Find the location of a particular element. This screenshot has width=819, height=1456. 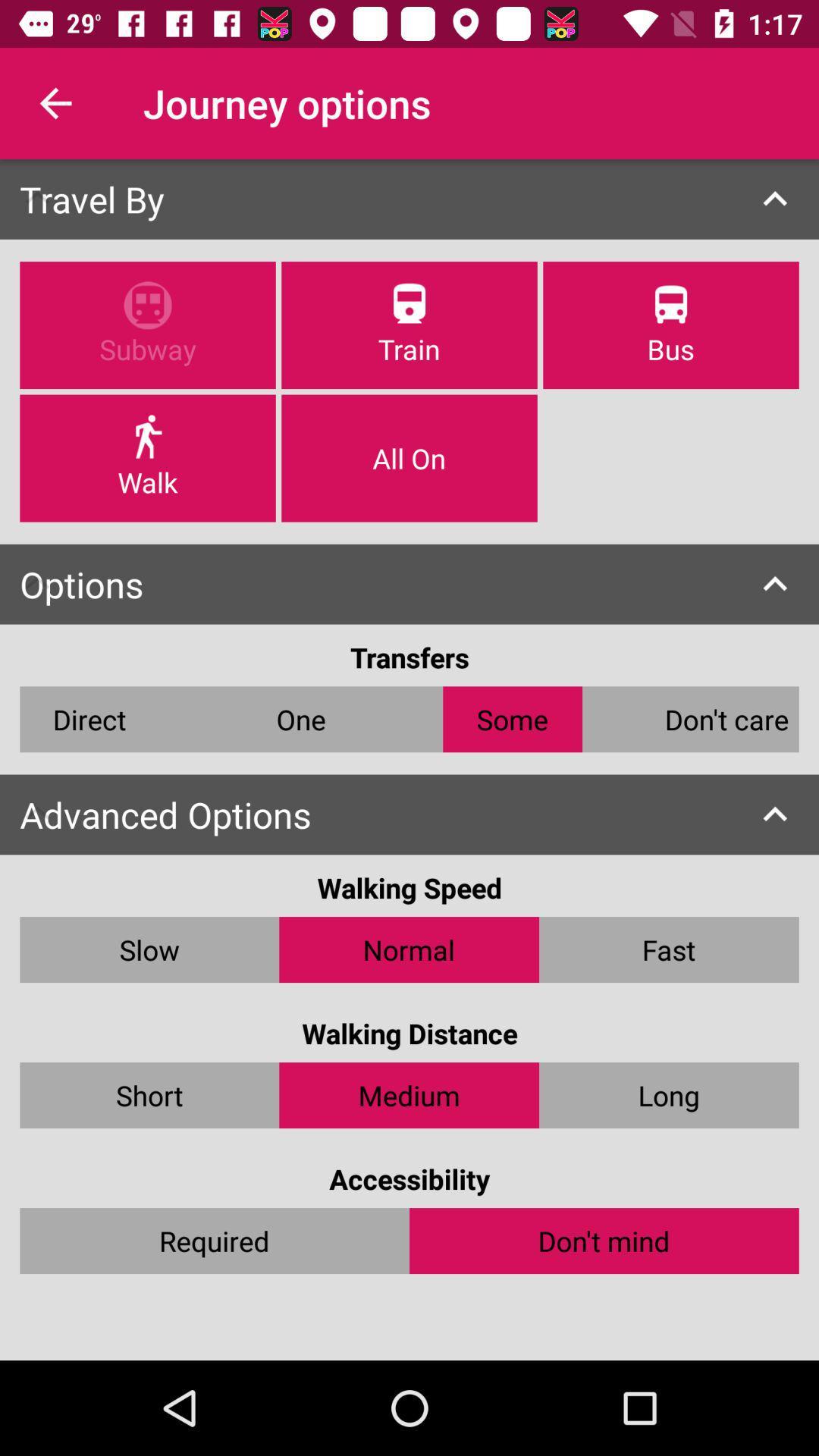

the icon next to fast icon is located at coordinates (408, 949).